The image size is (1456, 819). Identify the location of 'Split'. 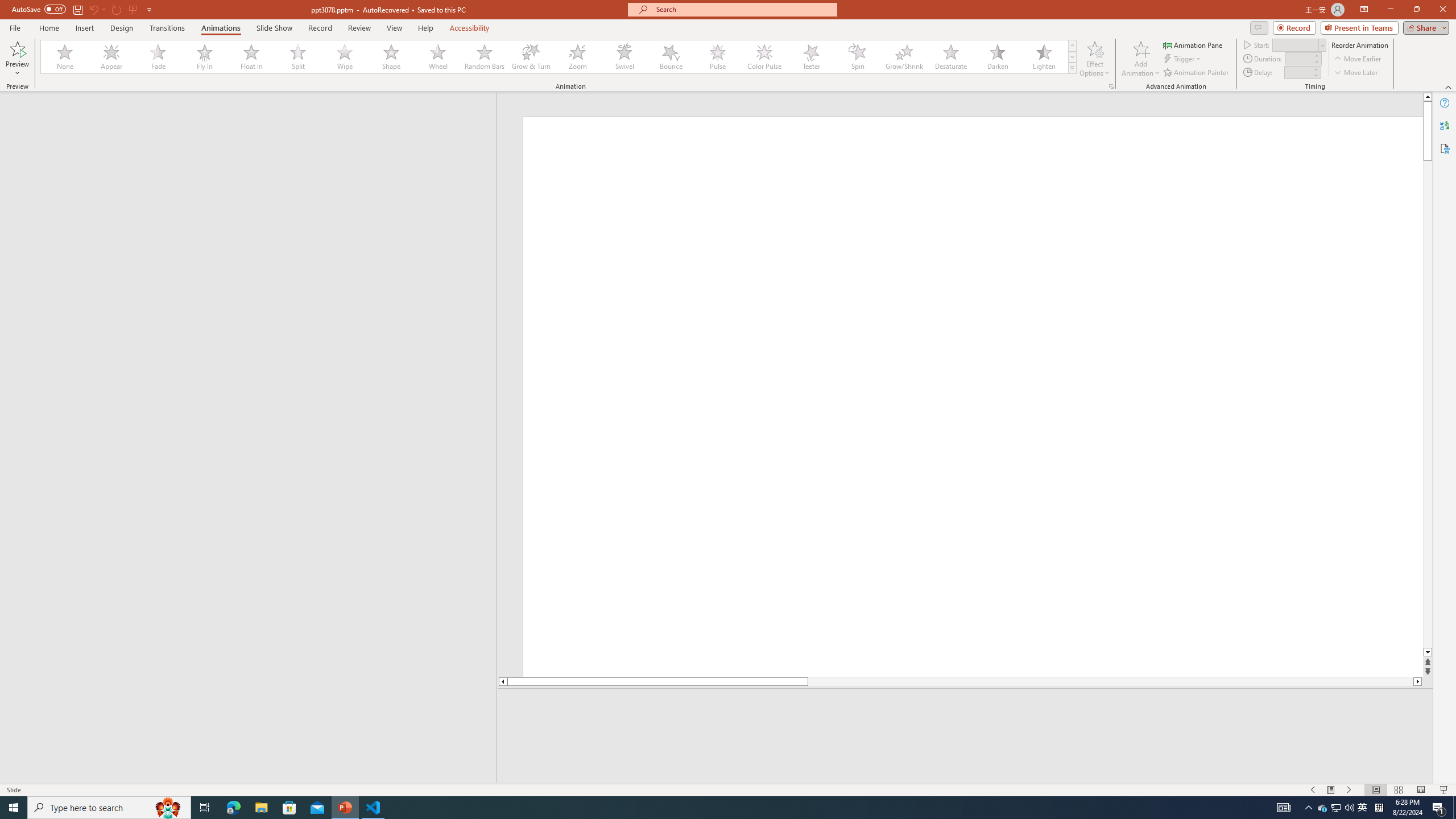
(297, 56).